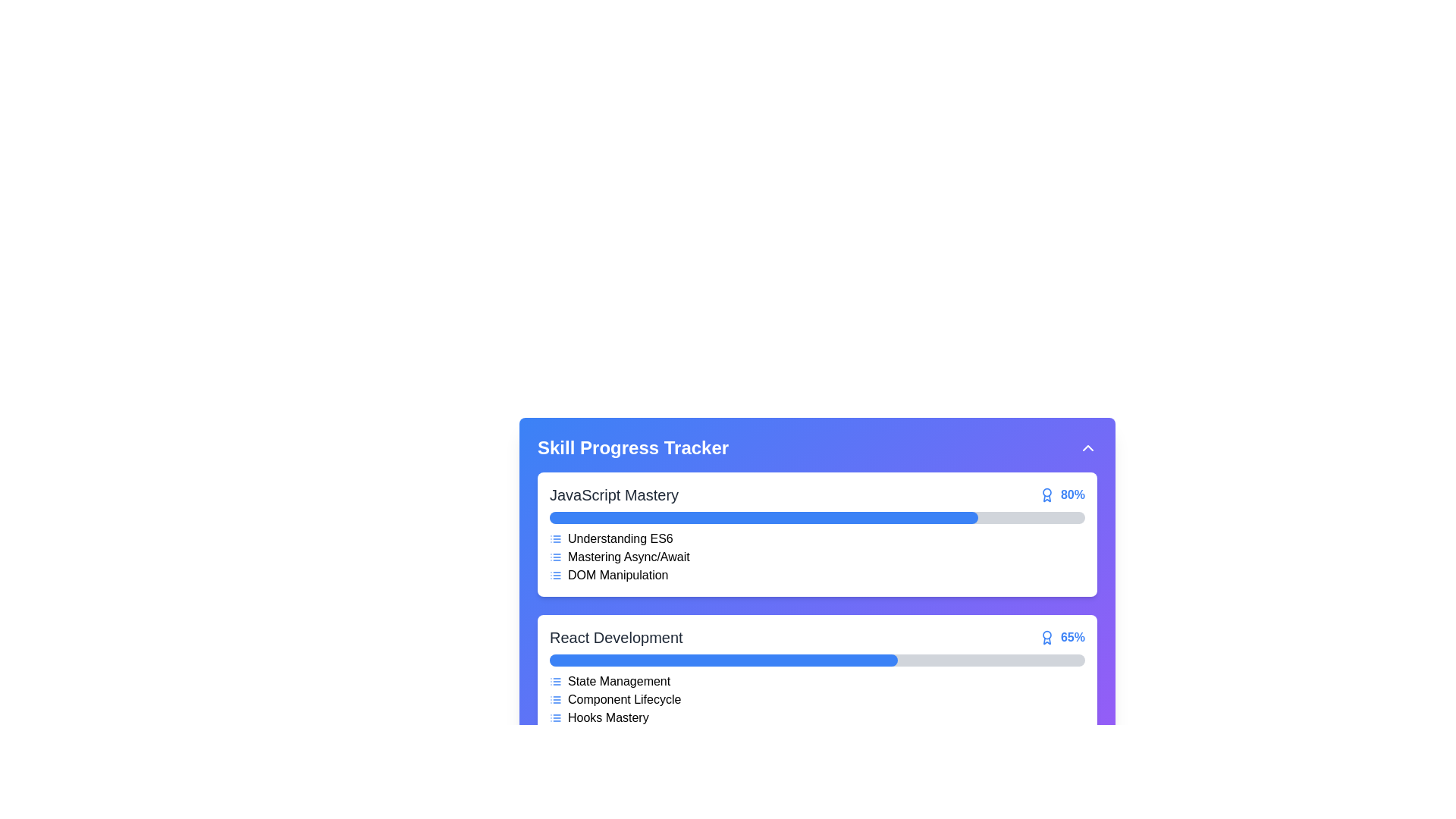  What do you see at coordinates (1046, 494) in the screenshot?
I see `the icon representing progress in the 'JavaScript Mastery' section of the 'Skill Progress Tracker' panel, located to the left of the text '80%` at bounding box center [1046, 494].